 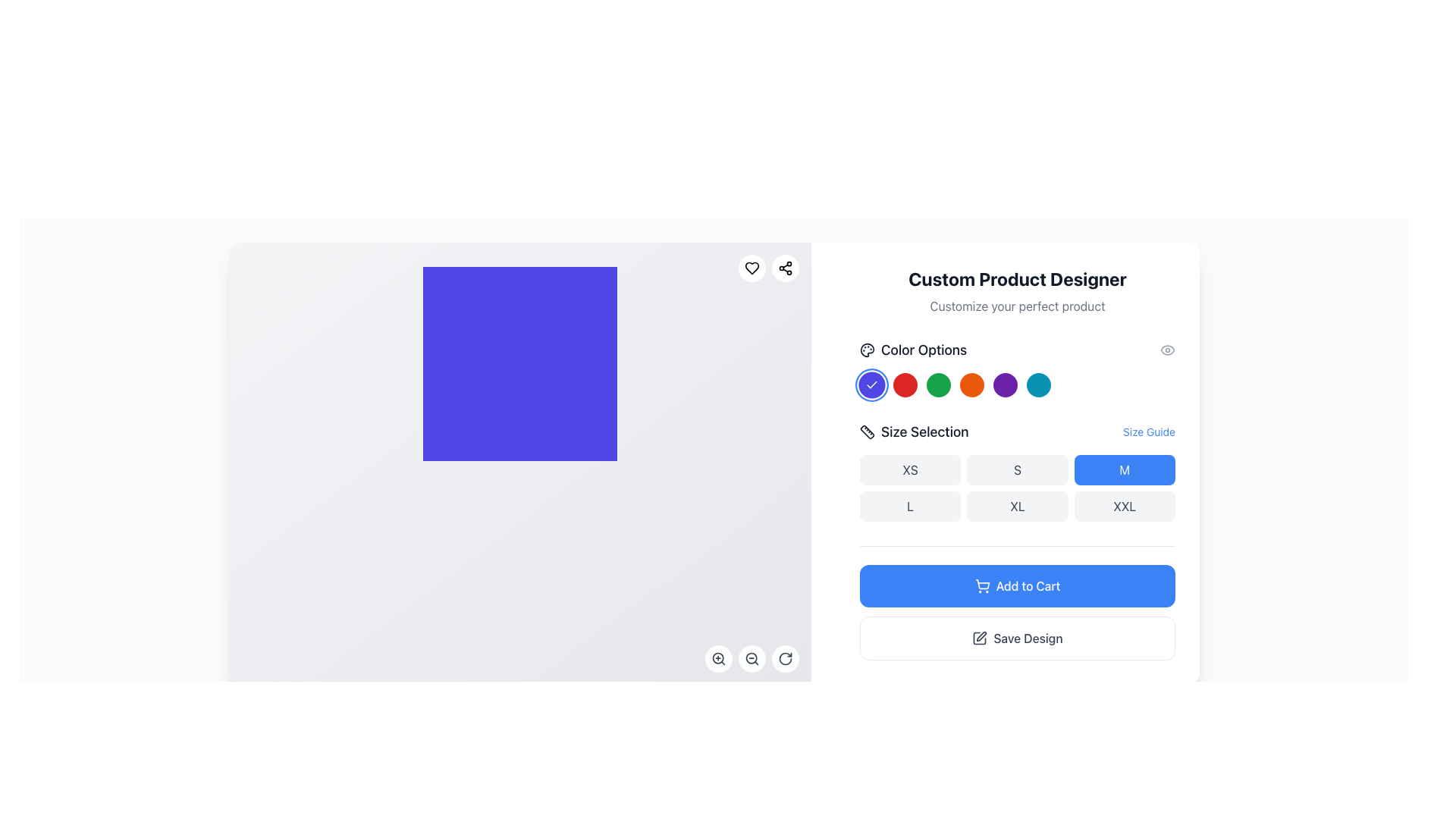 What do you see at coordinates (1018, 291) in the screenshot?
I see `Text Display element that features a bold headline 'Custom Product Designer' and a subtitle 'Customize your perfect product', located in the right-side panel of the interface` at bounding box center [1018, 291].